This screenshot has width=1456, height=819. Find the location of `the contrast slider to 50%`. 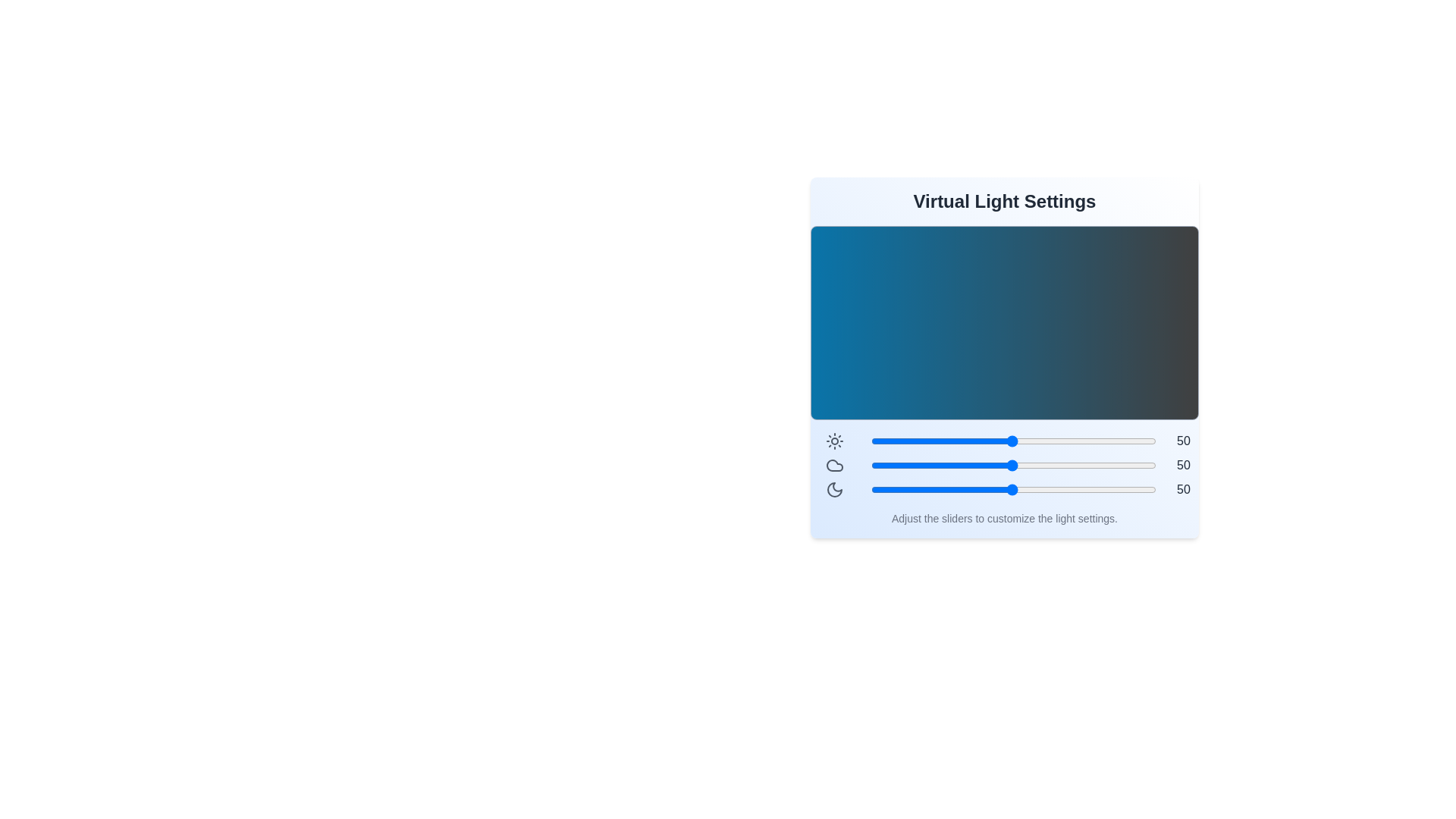

the contrast slider to 50% is located at coordinates (1012, 441).